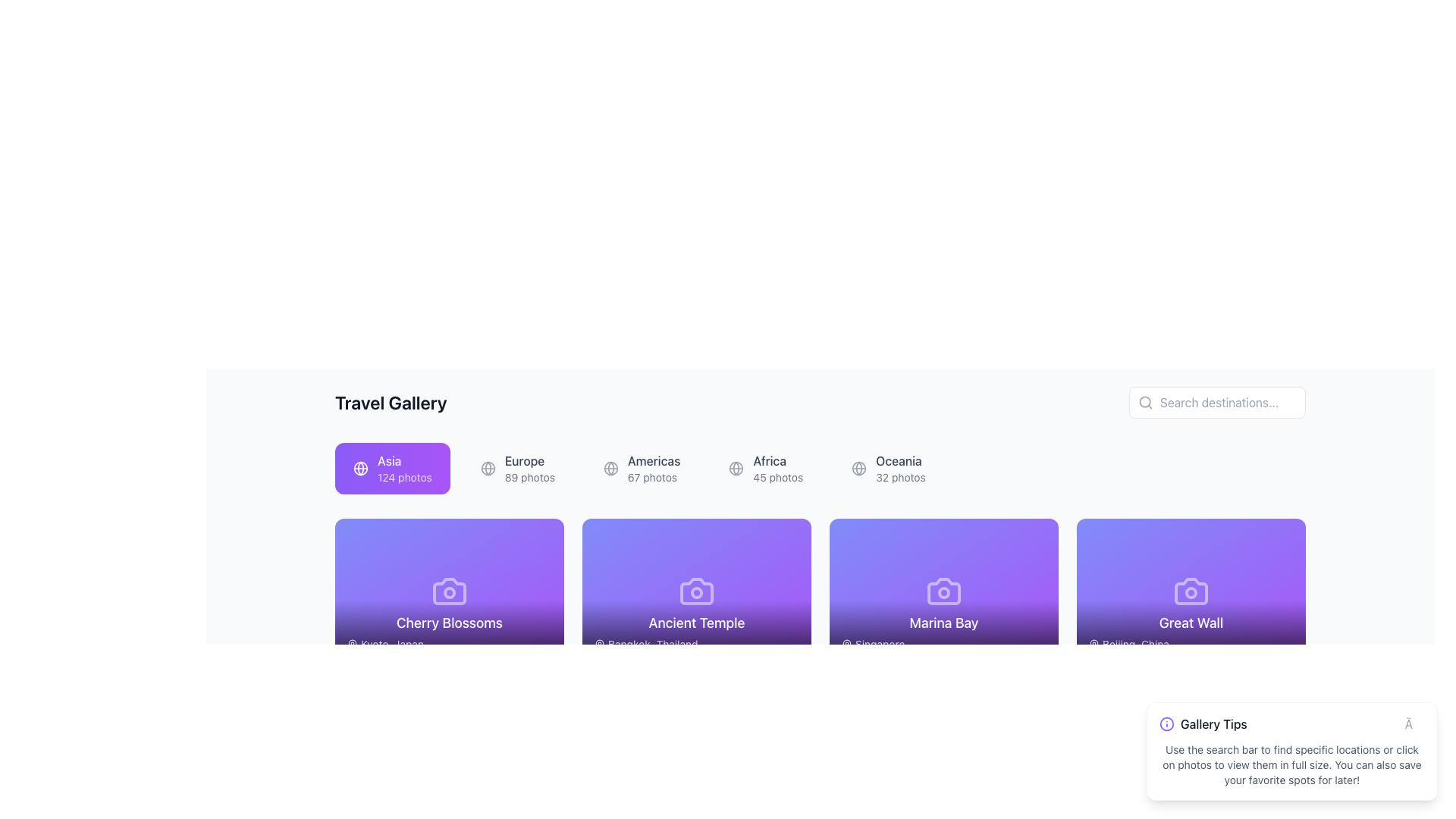 This screenshot has width=1456, height=819. What do you see at coordinates (695, 644) in the screenshot?
I see `the text label displaying 'Bangkok, Thailand' located under the main heading 'Ancient Temple'` at bounding box center [695, 644].